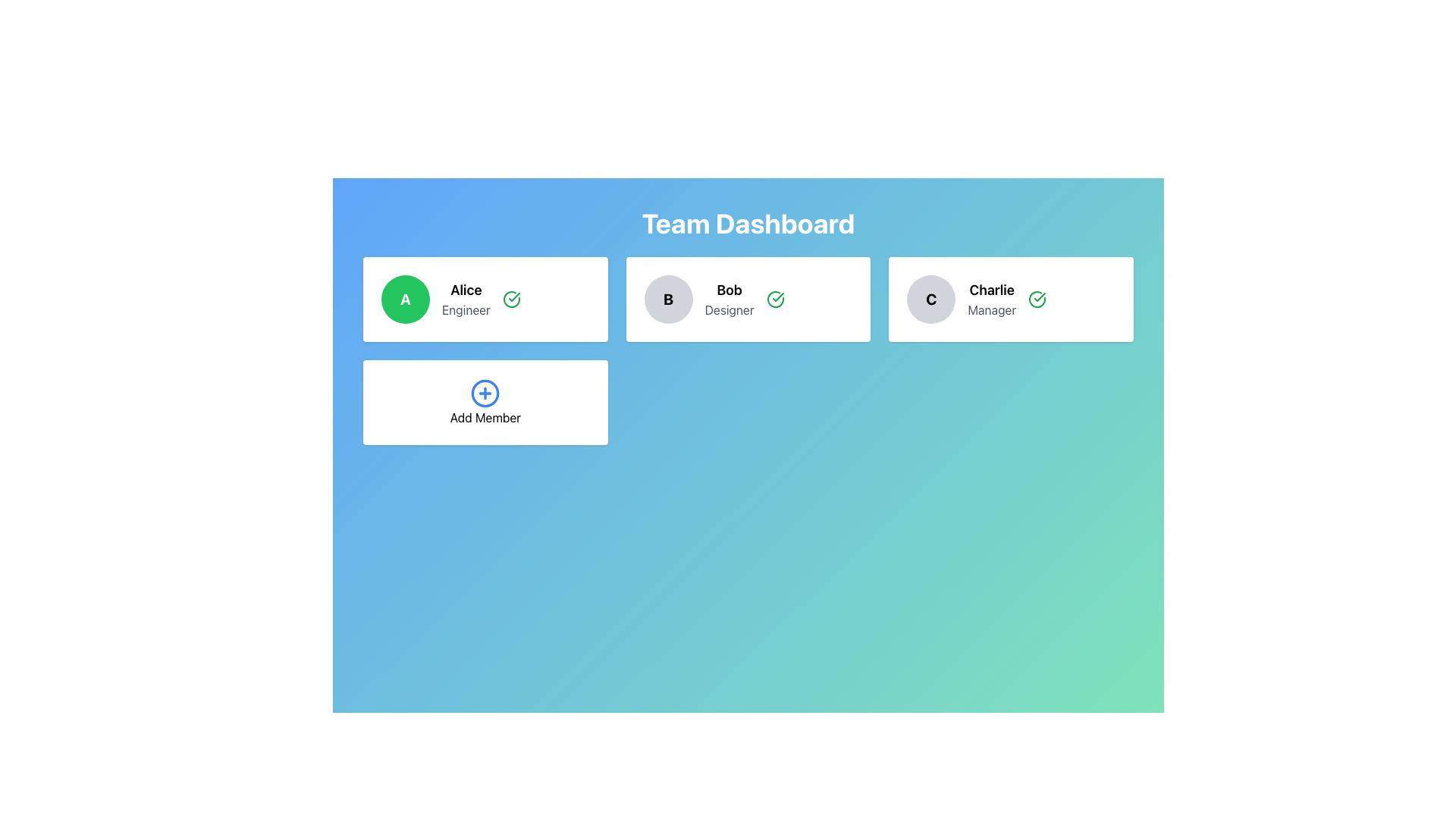  What do you see at coordinates (775, 299) in the screenshot?
I see `the completion icon located` at bounding box center [775, 299].